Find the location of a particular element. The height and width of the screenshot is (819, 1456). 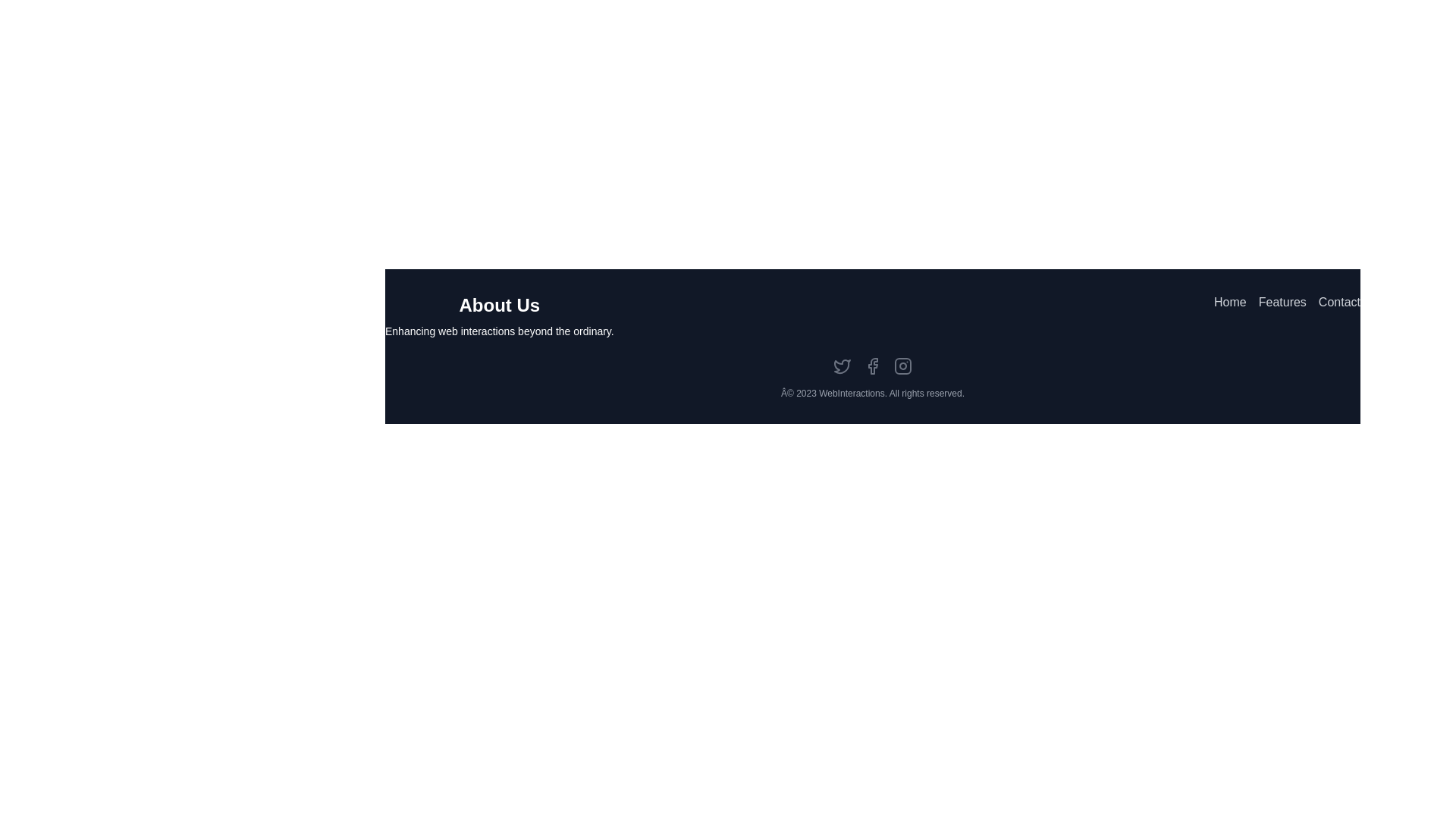

text block that serves as a descriptive subtitle or slogan below the 'About Us' title, which is centrally aligned within the section header is located at coordinates (499, 330).